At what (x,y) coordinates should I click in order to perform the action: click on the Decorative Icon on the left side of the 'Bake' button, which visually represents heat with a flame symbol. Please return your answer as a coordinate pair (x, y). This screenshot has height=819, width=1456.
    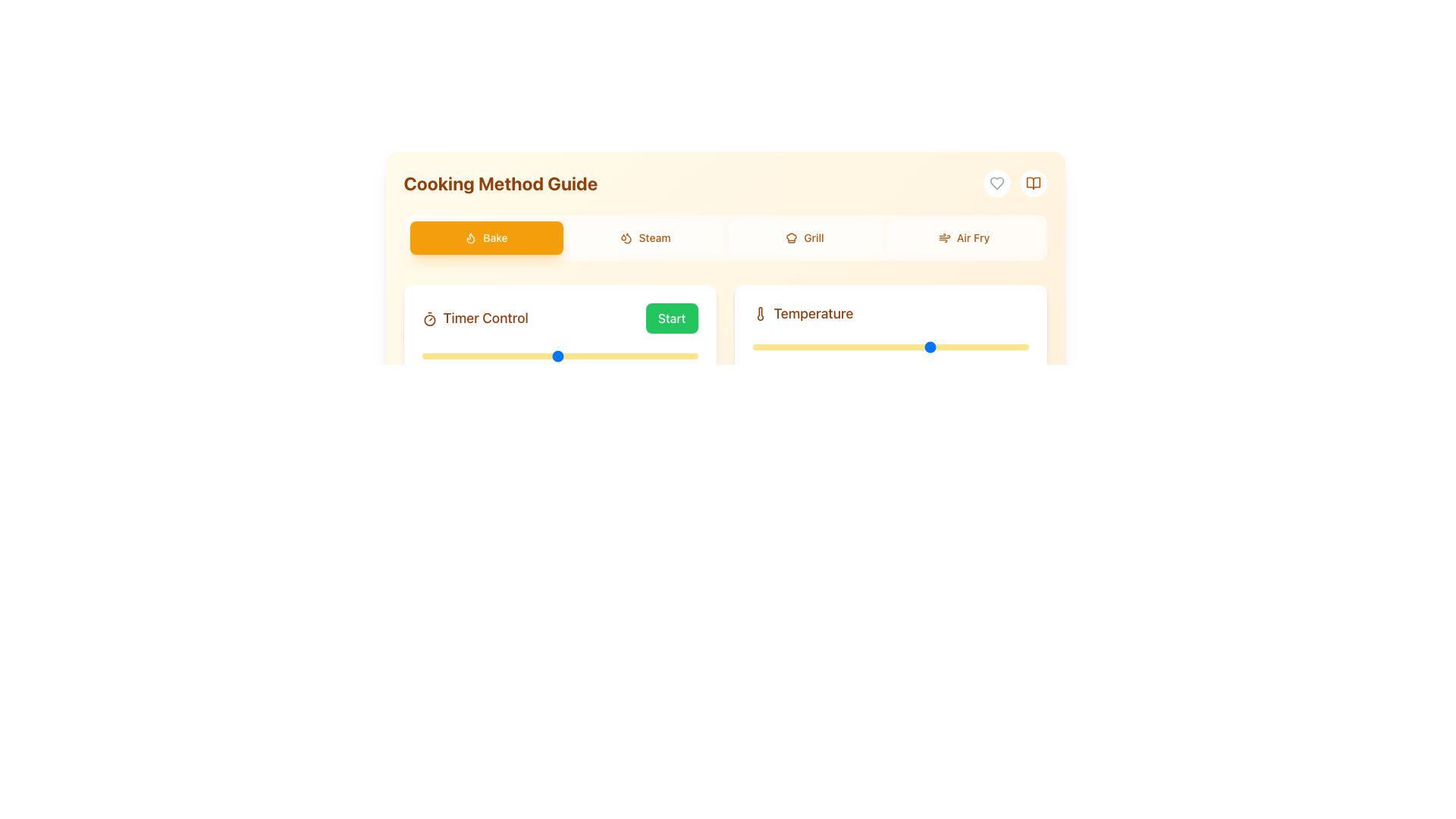
    Looking at the image, I should click on (470, 237).